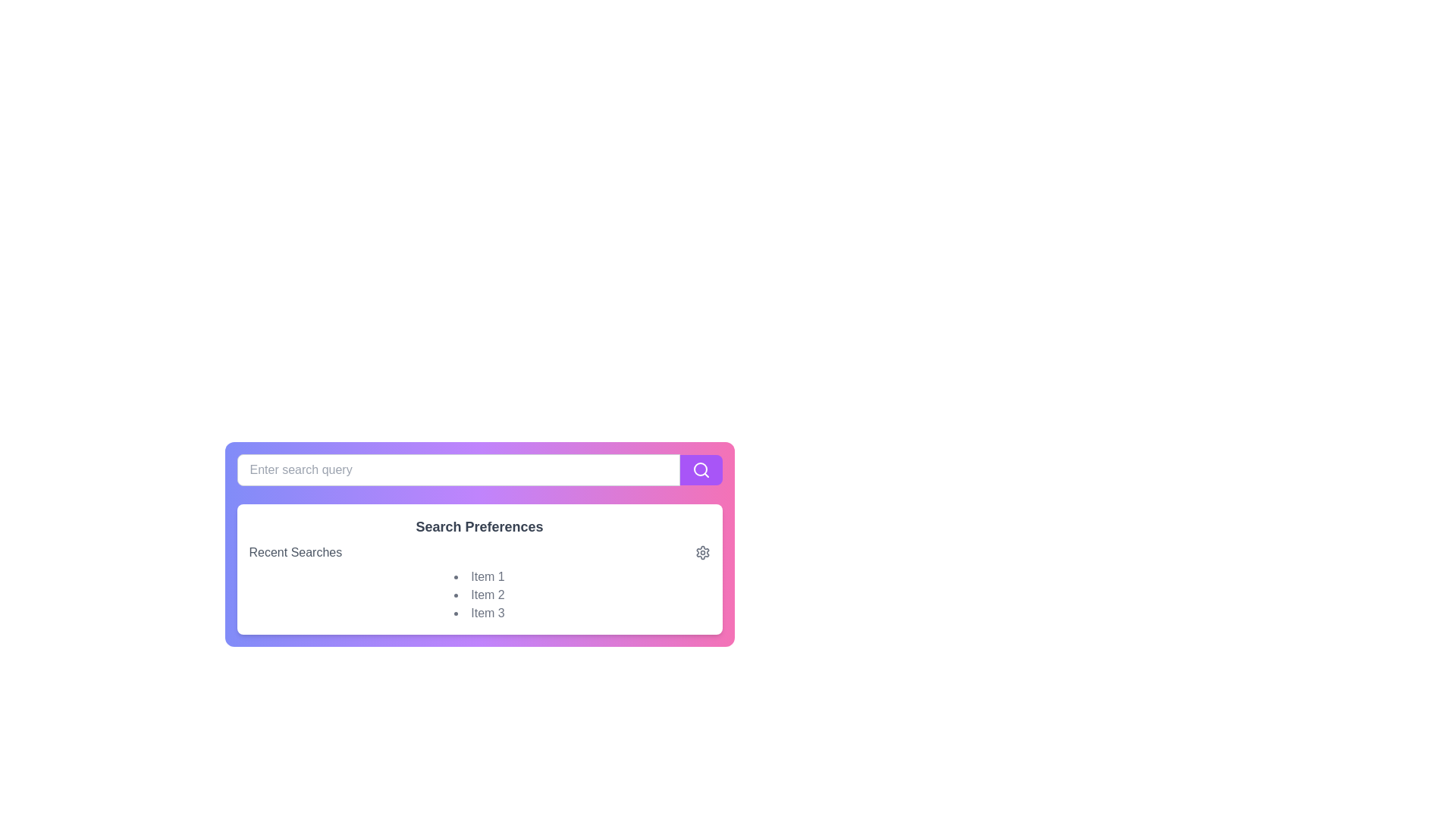 This screenshot has height=819, width=1456. Describe the element at coordinates (700, 469) in the screenshot. I see `the 'Search' icon located at the right end of the purple button to initiate a search action` at that location.